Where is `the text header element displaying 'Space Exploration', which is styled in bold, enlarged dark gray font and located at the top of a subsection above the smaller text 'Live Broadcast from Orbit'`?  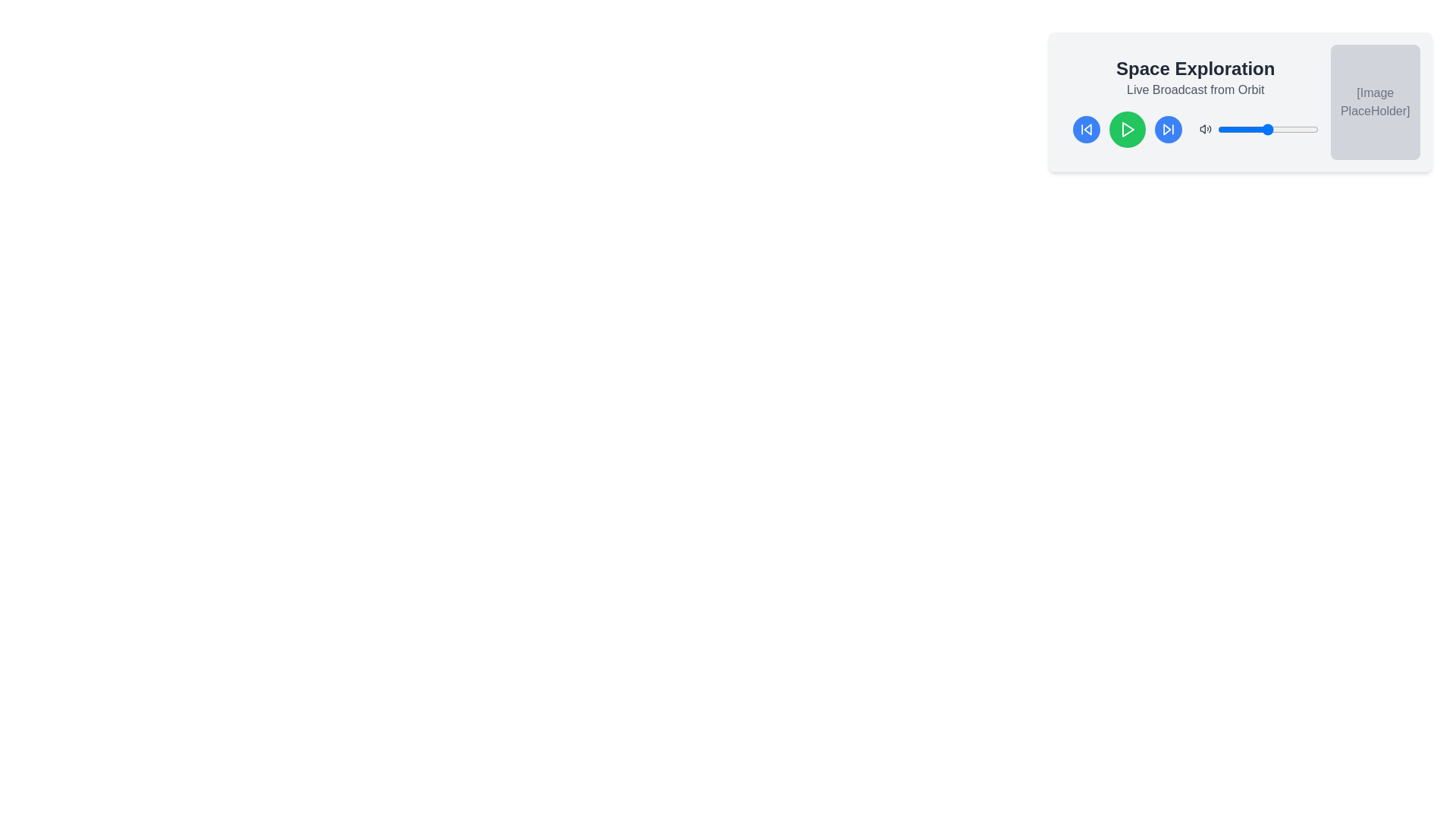 the text header element displaying 'Space Exploration', which is styled in bold, enlarged dark gray font and located at the top of a subsection above the smaller text 'Live Broadcast from Orbit' is located at coordinates (1194, 69).